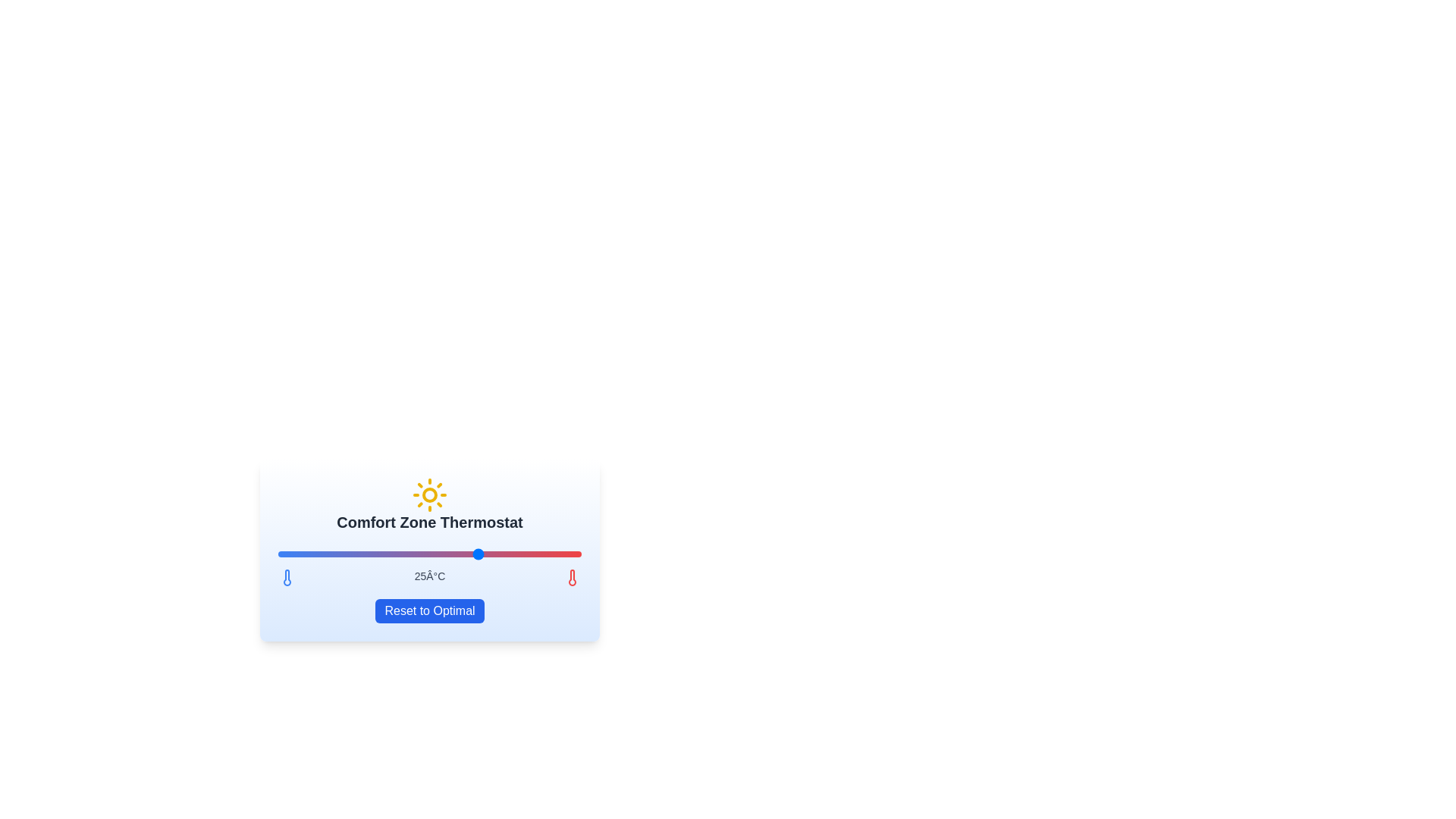 This screenshot has width=1456, height=819. I want to click on the temperature slider to set the temperature to 29°C, so click(560, 554).